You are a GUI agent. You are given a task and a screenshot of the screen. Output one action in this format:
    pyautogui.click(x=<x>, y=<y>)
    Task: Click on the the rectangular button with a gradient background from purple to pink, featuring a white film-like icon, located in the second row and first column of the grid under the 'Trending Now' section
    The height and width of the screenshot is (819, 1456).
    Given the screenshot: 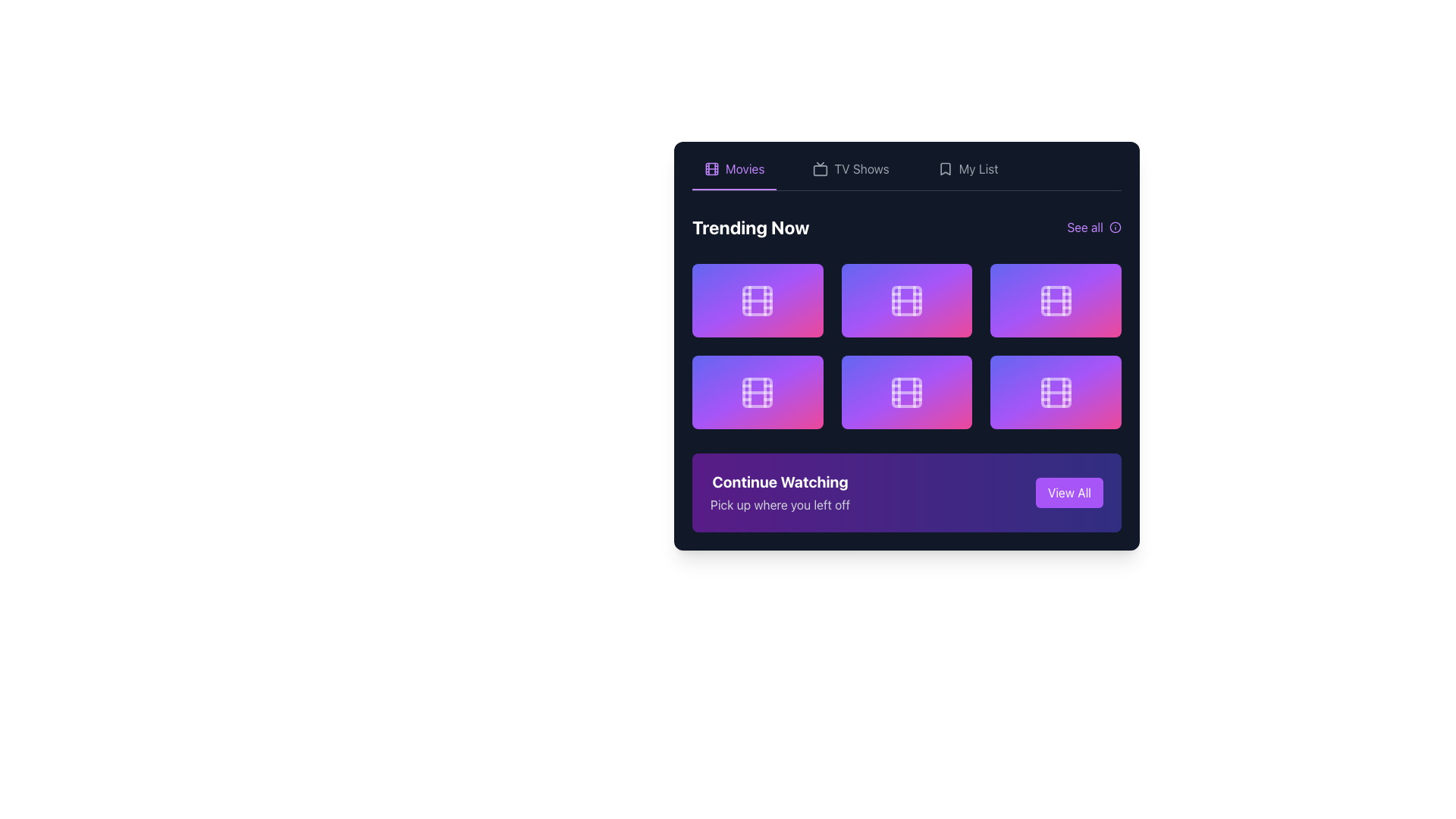 What is the action you would take?
    pyautogui.click(x=758, y=391)
    